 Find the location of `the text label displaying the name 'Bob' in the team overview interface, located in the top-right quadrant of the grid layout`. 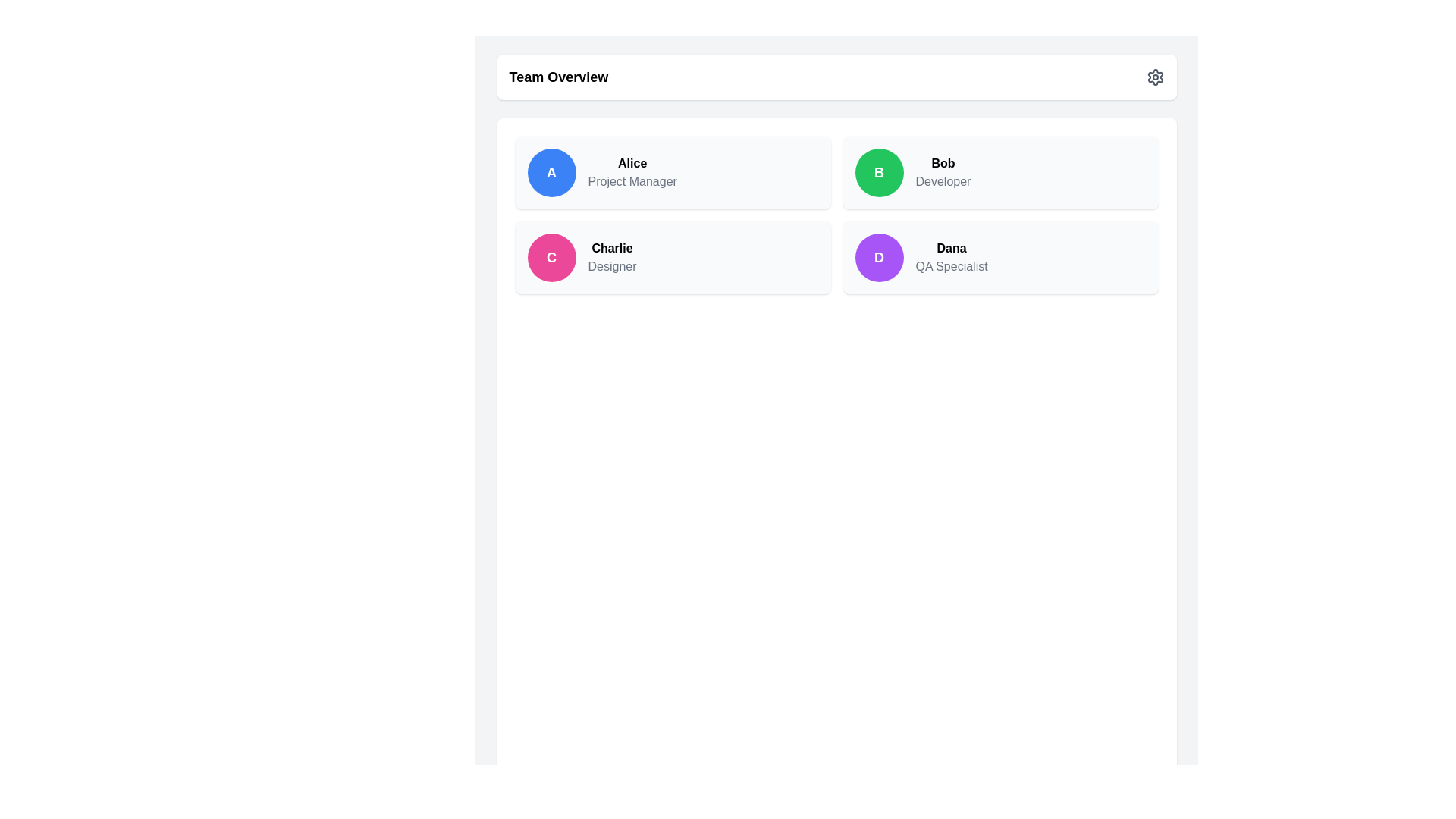

the text label displaying the name 'Bob' in the team overview interface, located in the top-right quadrant of the grid layout is located at coordinates (942, 164).